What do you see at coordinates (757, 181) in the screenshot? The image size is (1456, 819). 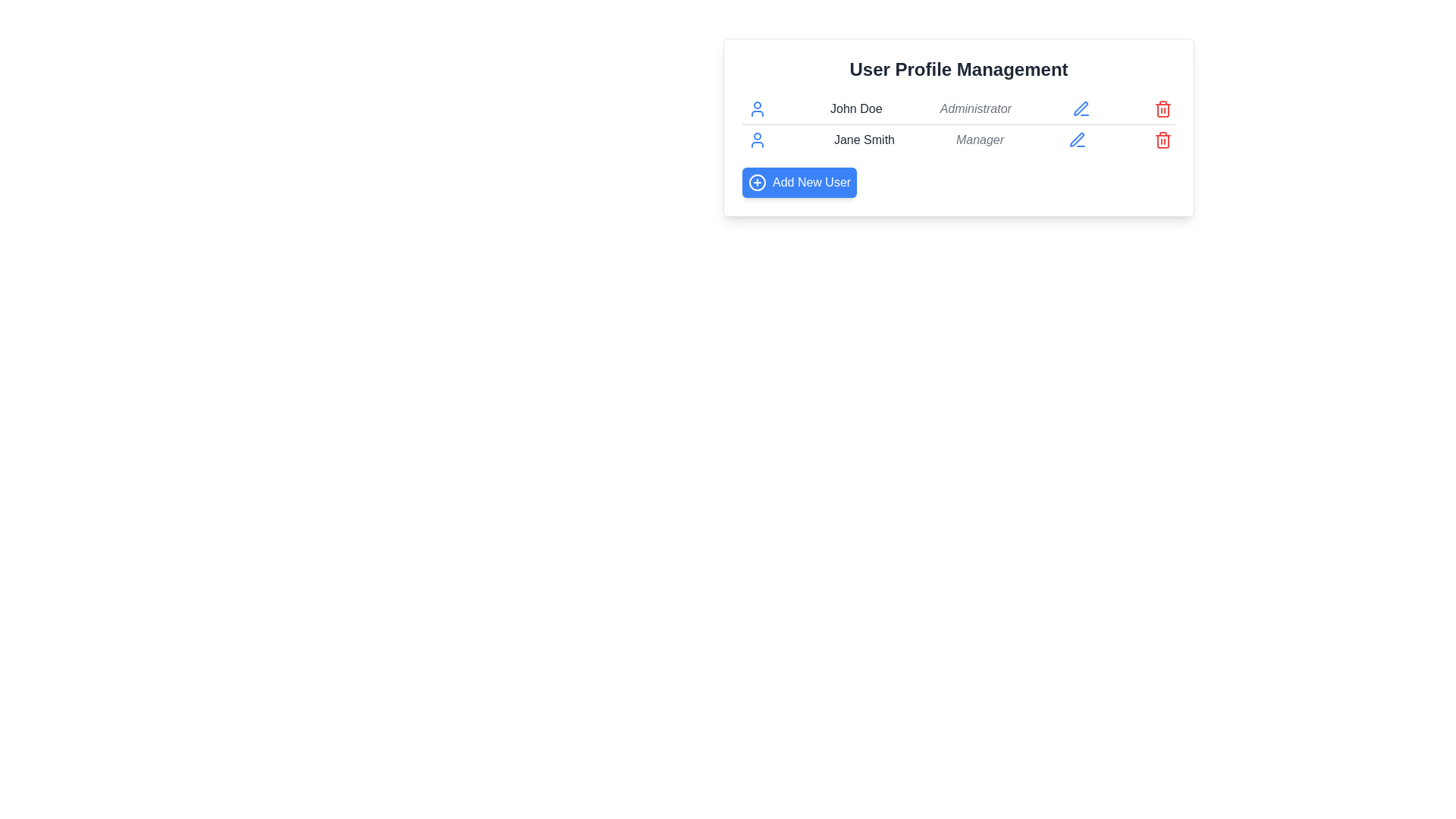 I see `the circular decorative element of the 'Add New User' button icon, which emphasizes the interactive adding functionality` at bounding box center [757, 181].